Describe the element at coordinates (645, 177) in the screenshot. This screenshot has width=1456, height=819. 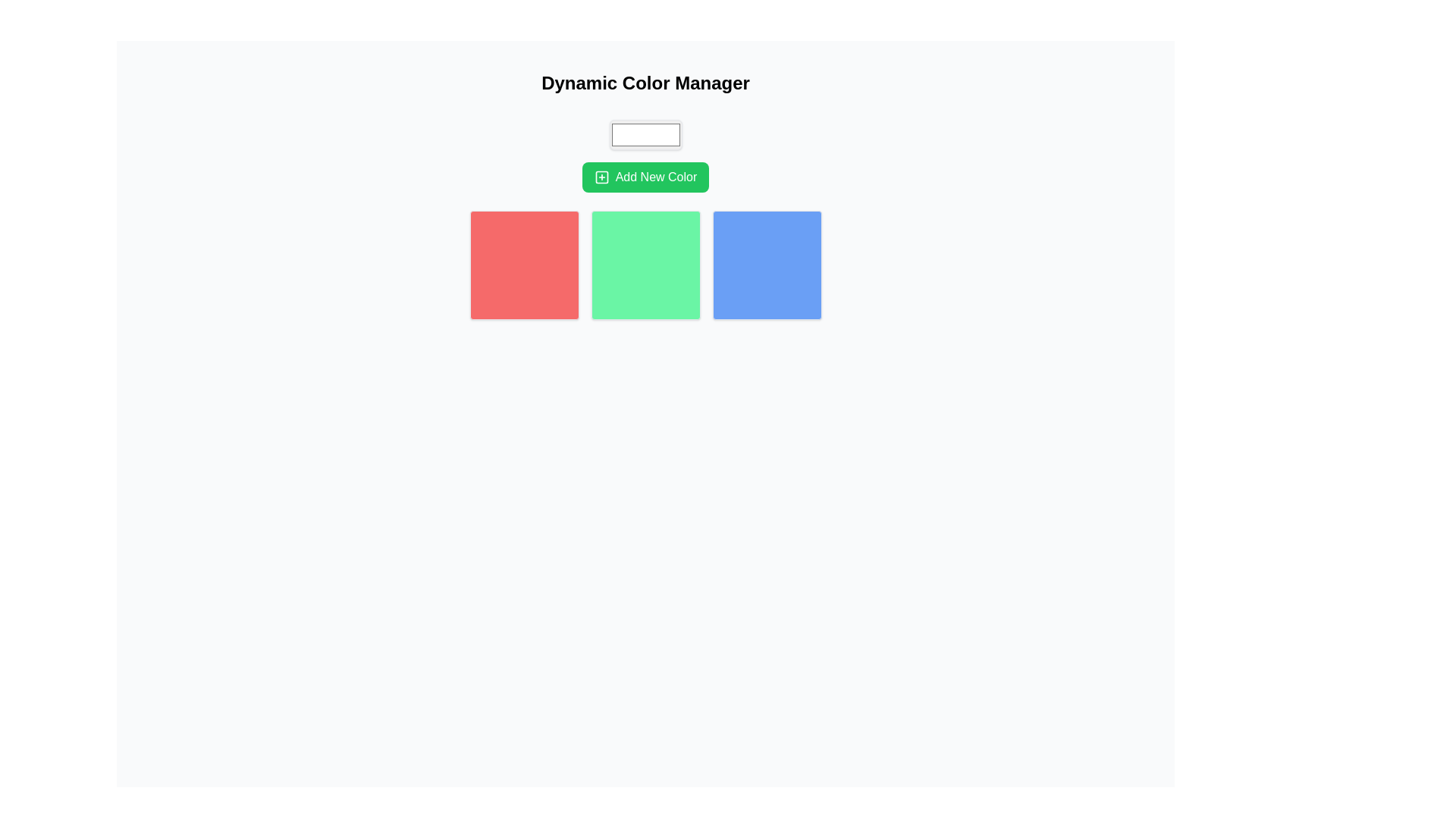
I see `the rectangular button with a green background and white text reading 'Add New Color'` at that location.